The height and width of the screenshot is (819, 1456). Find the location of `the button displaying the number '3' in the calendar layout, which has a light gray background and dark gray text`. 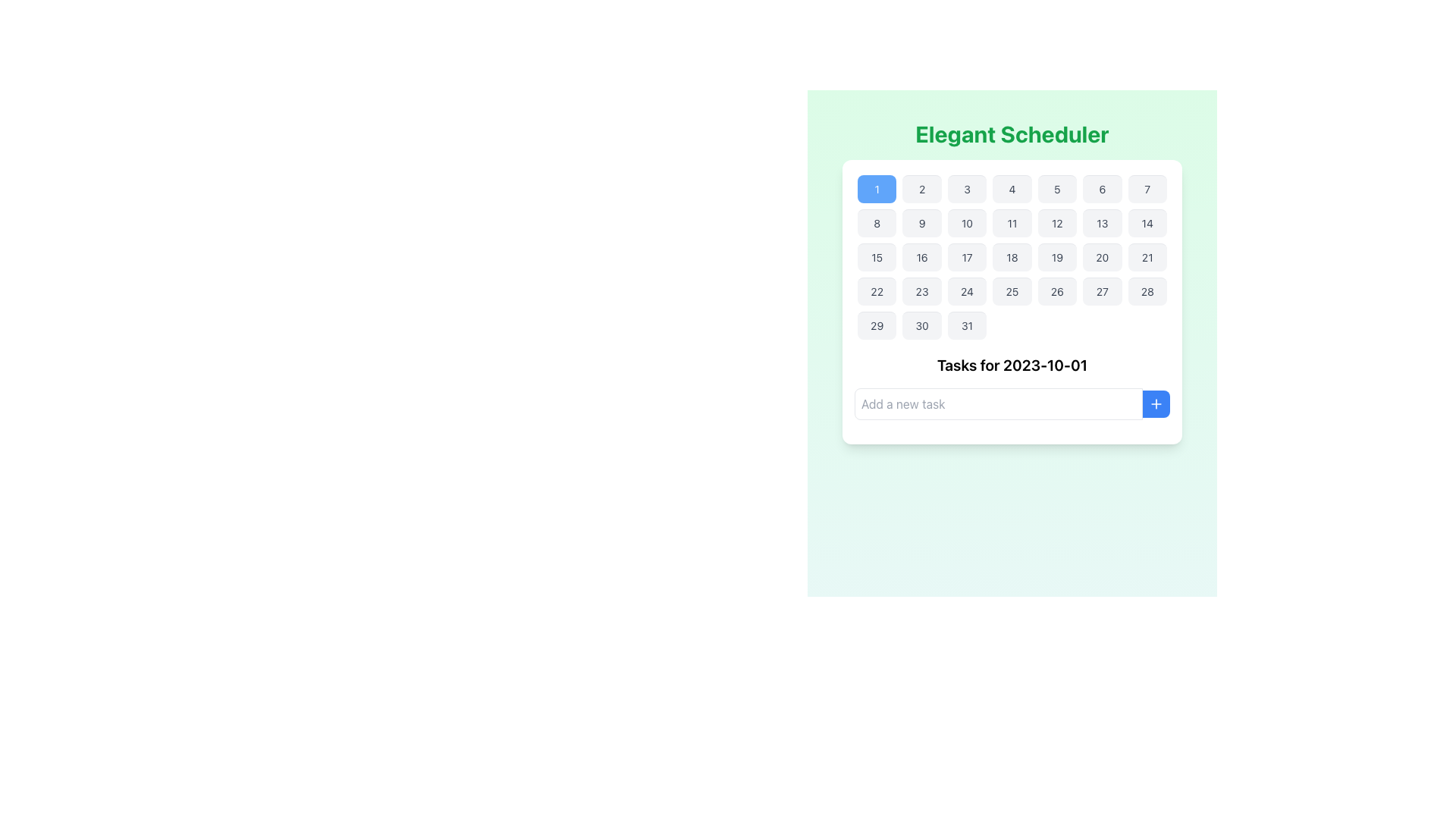

the button displaying the number '3' in the calendar layout, which has a light gray background and dark gray text is located at coordinates (966, 188).